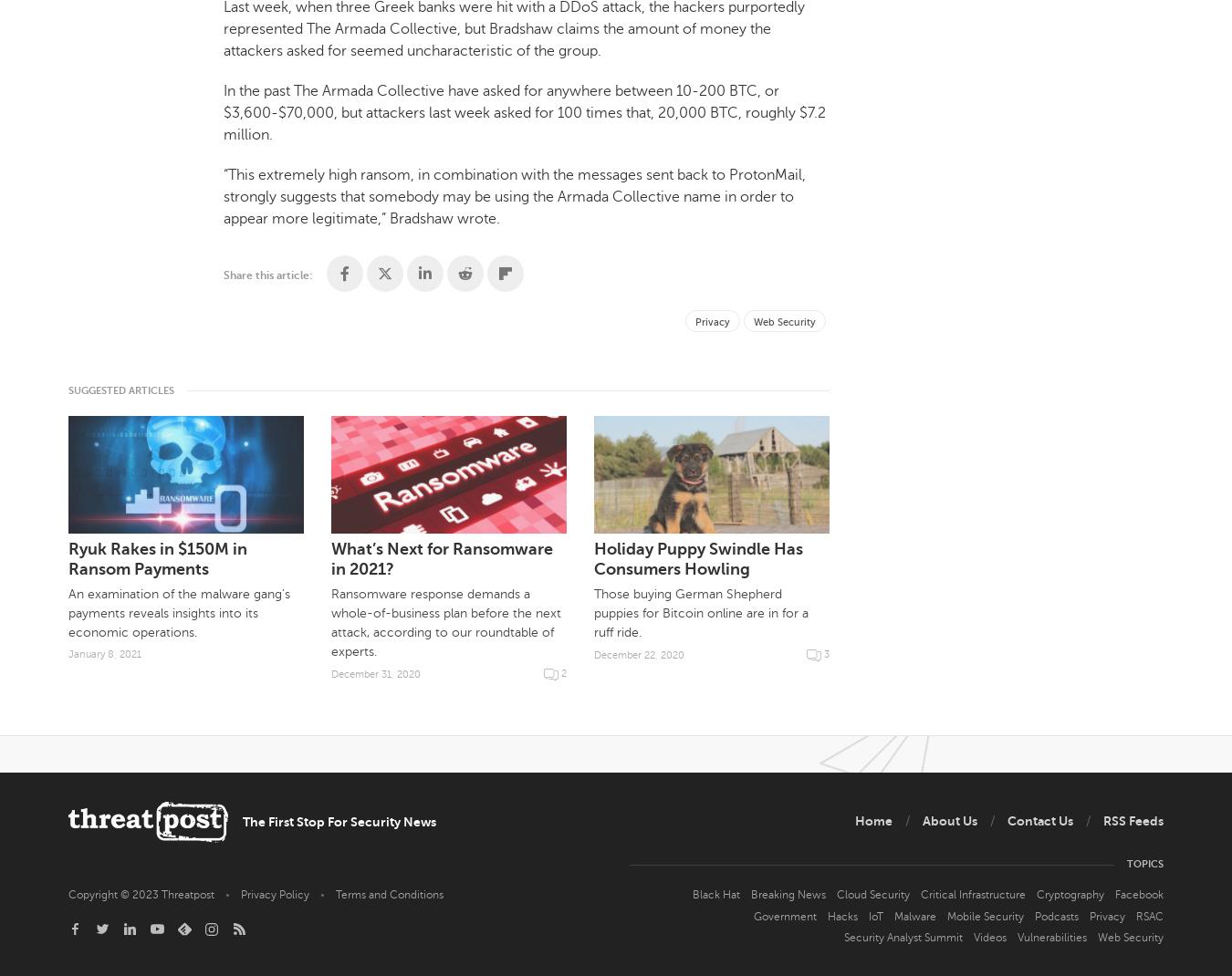  I want to click on 'Cloud Security', so click(872, 893).